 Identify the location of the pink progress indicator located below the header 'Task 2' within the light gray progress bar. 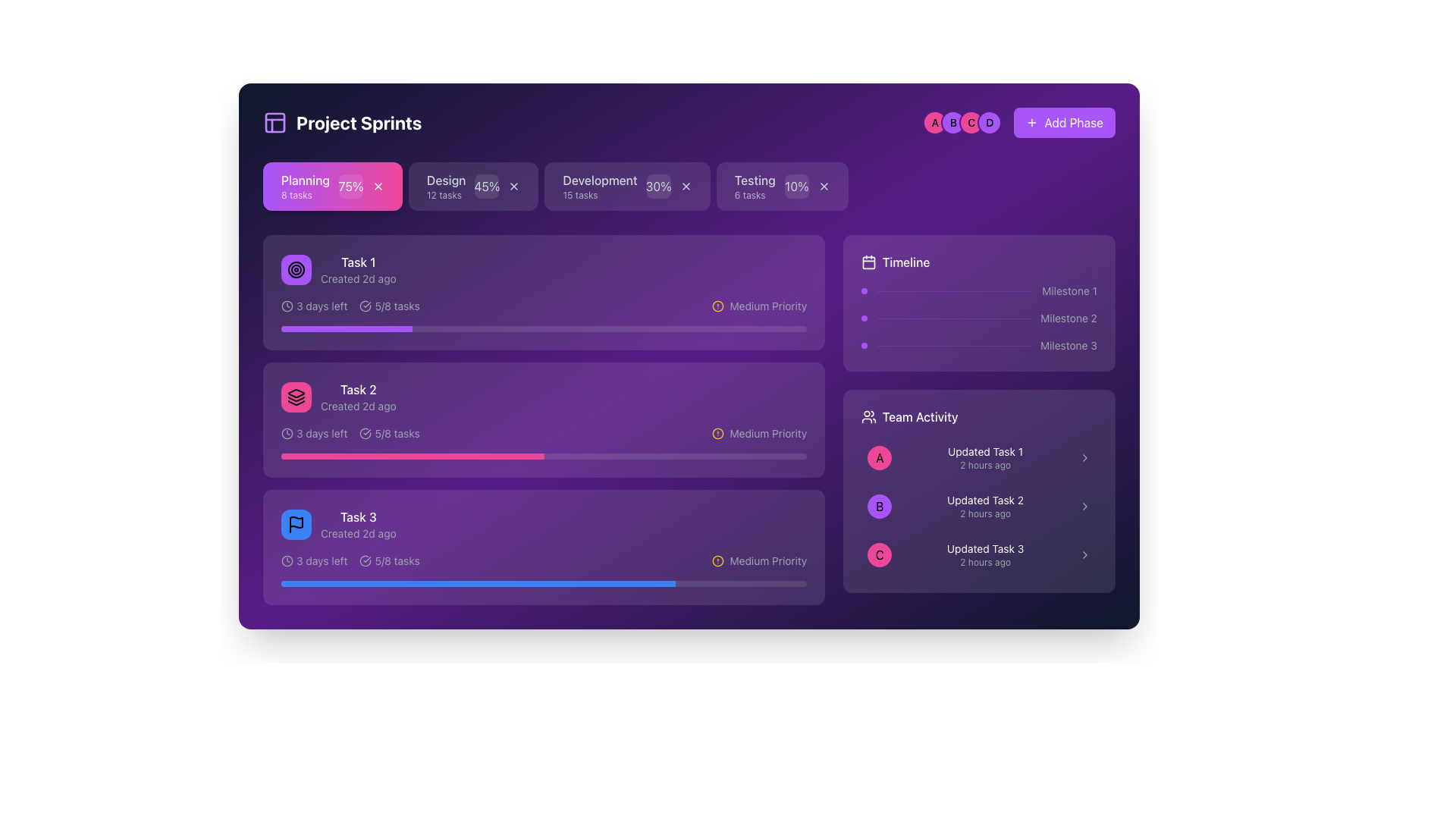
(413, 455).